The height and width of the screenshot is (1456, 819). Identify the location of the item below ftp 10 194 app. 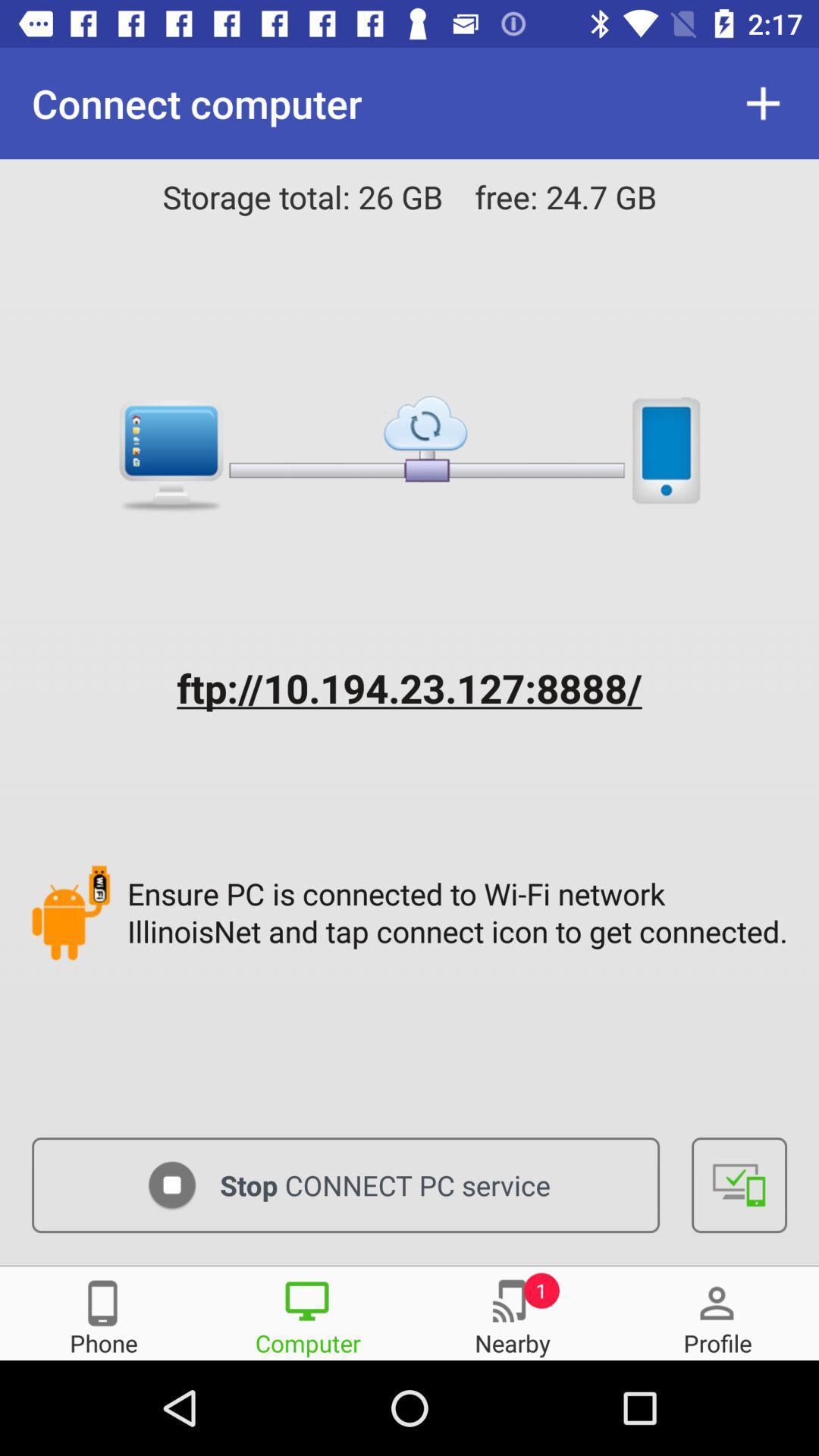
(460, 912).